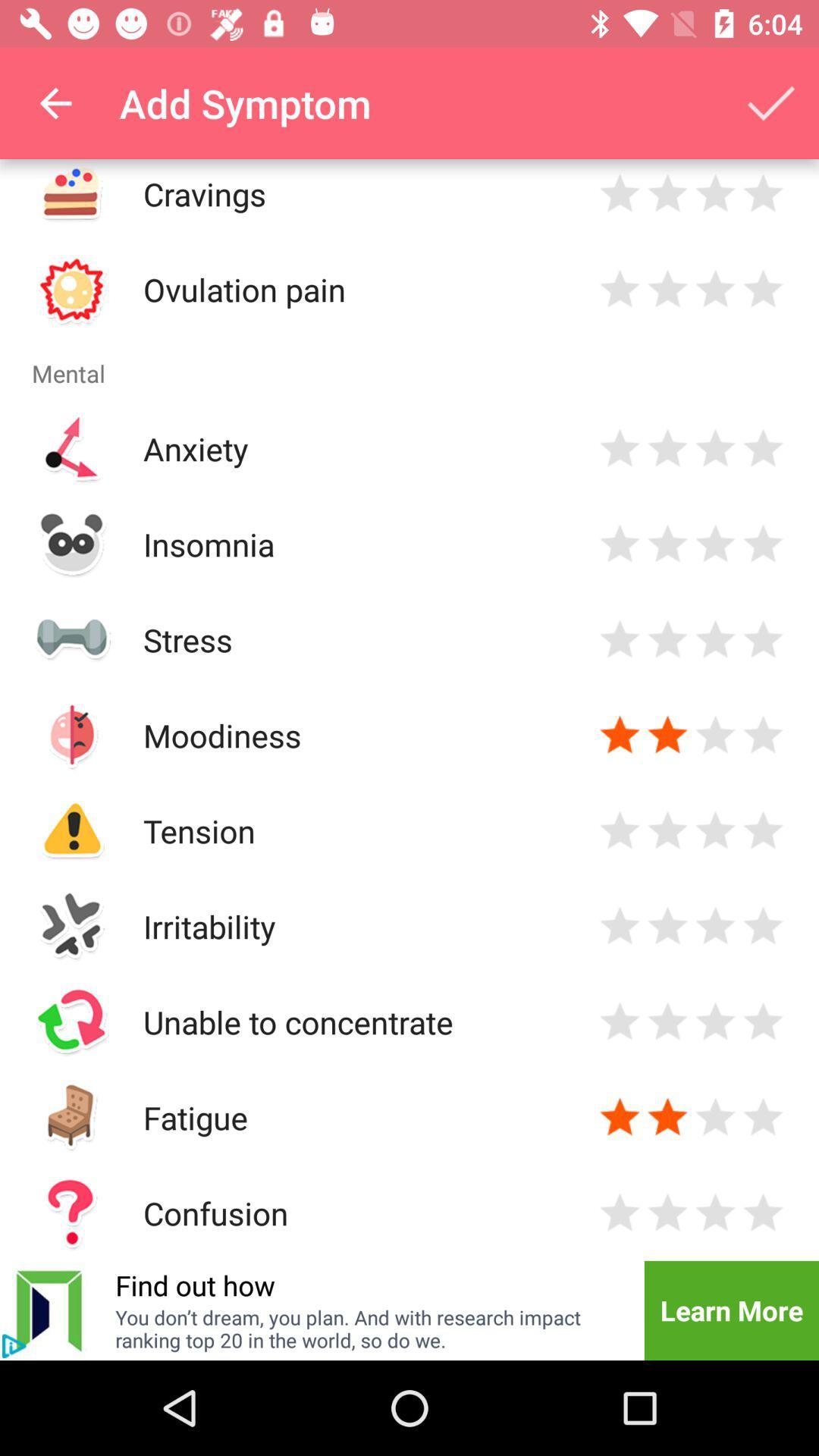 This screenshot has width=819, height=1456. What do you see at coordinates (763, 447) in the screenshot?
I see `star rating` at bounding box center [763, 447].